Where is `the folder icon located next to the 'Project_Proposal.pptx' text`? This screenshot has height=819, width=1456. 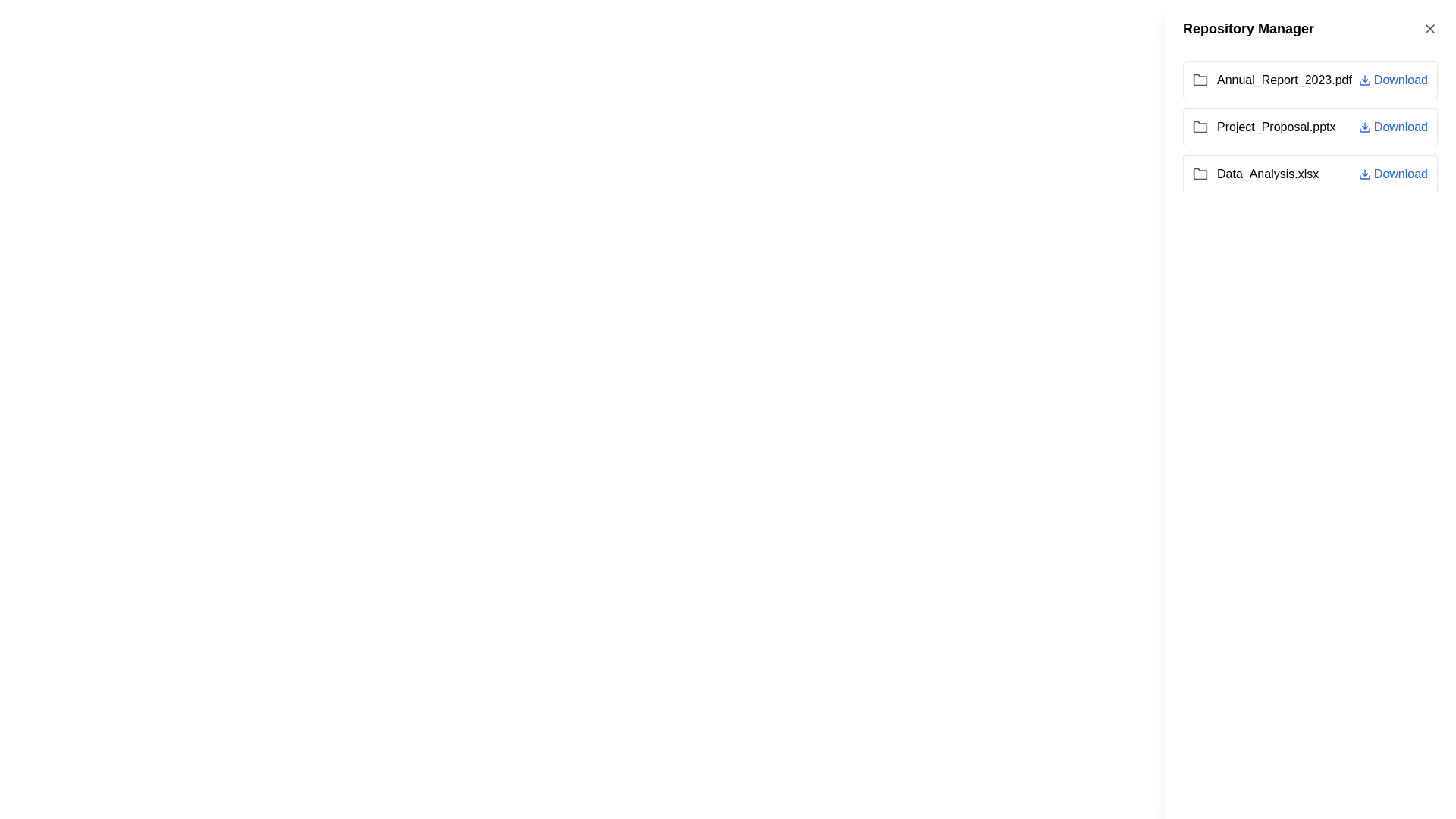 the folder icon located next to the 'Project_Proposal.pptx' text is located at coordinates (1200, 79).